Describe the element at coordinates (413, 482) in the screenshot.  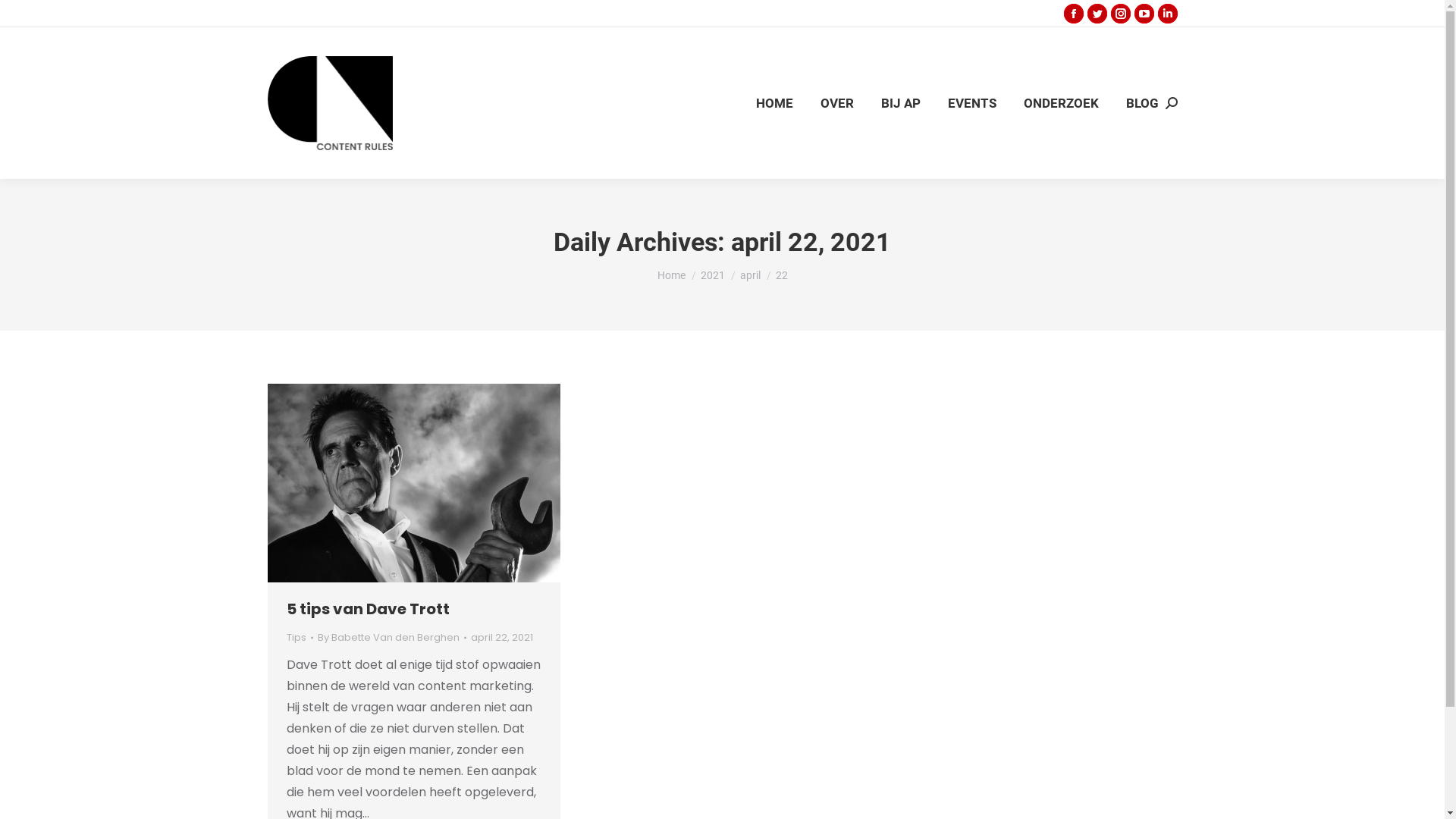
I see `'Blog2_foto_1'` at that location.